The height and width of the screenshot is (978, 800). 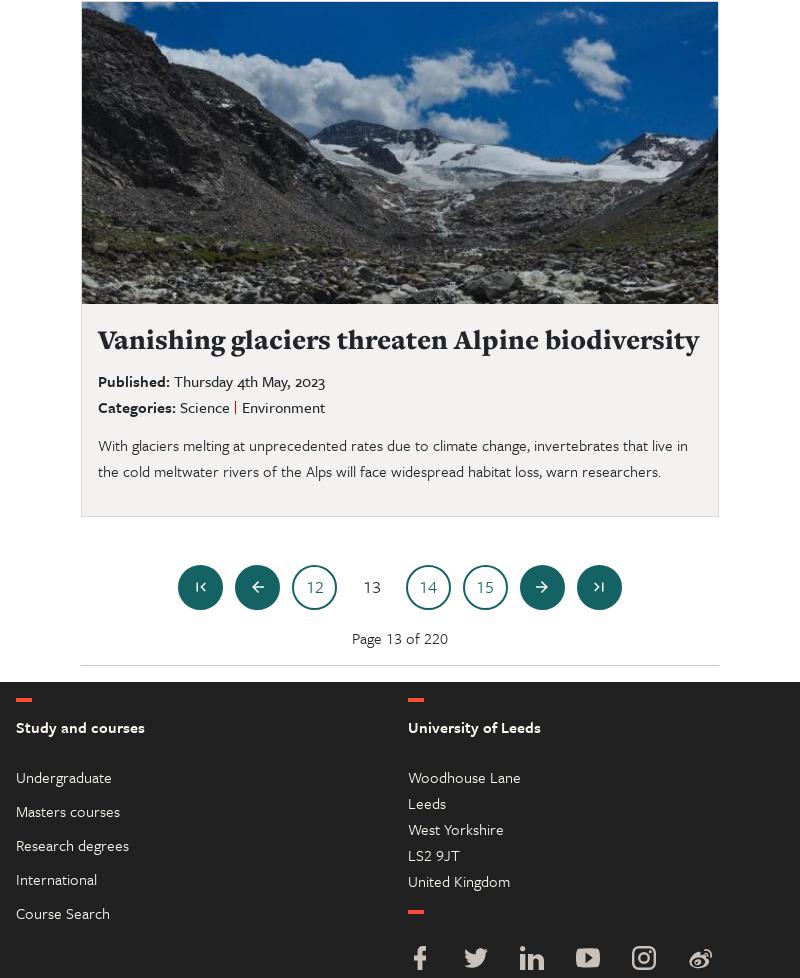 I want to click on 'Leeds', so click(x=426, y=800).